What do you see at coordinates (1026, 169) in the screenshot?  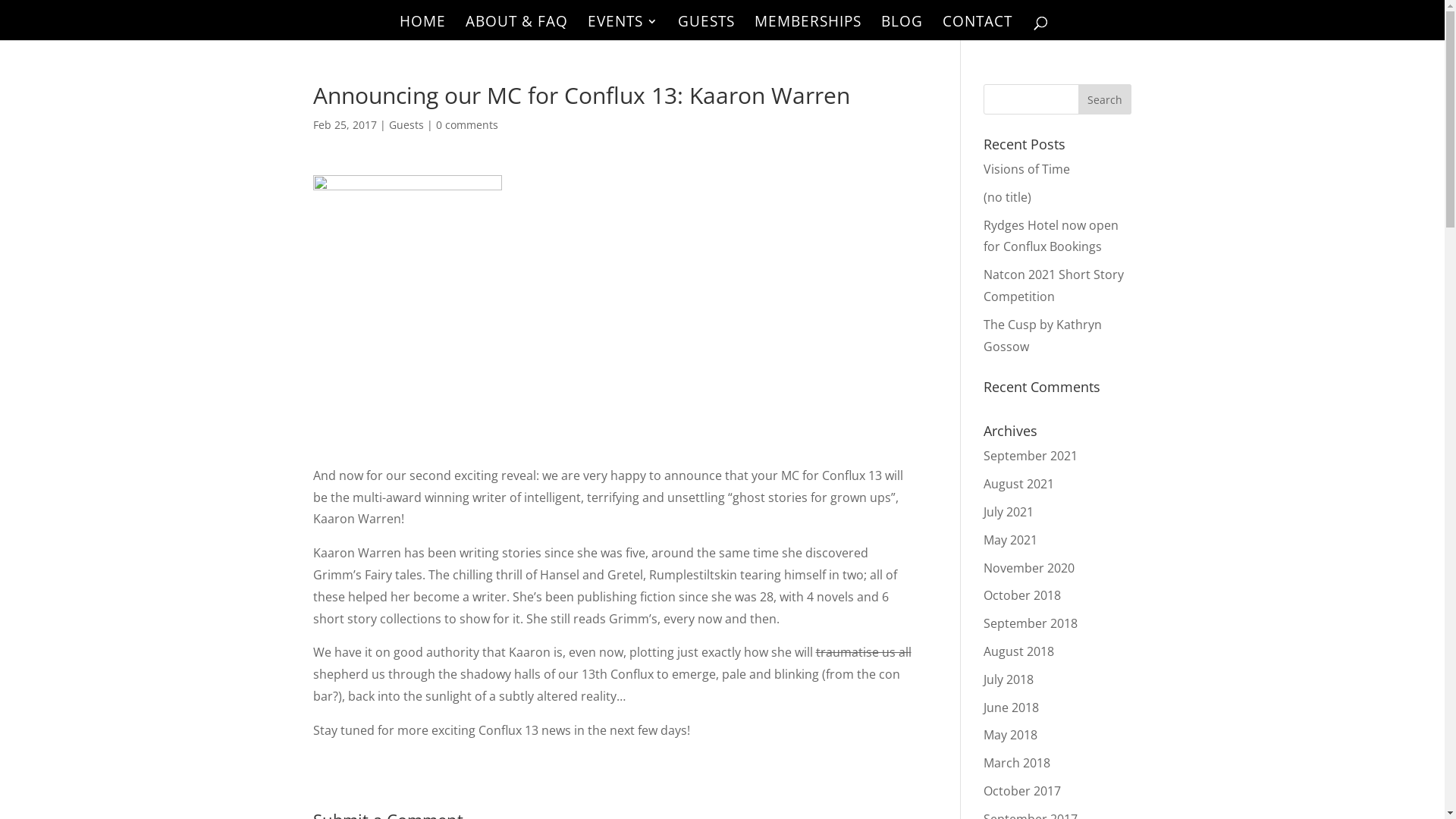 I see `'Visions of Time'` at bounding box center [1026, 169].